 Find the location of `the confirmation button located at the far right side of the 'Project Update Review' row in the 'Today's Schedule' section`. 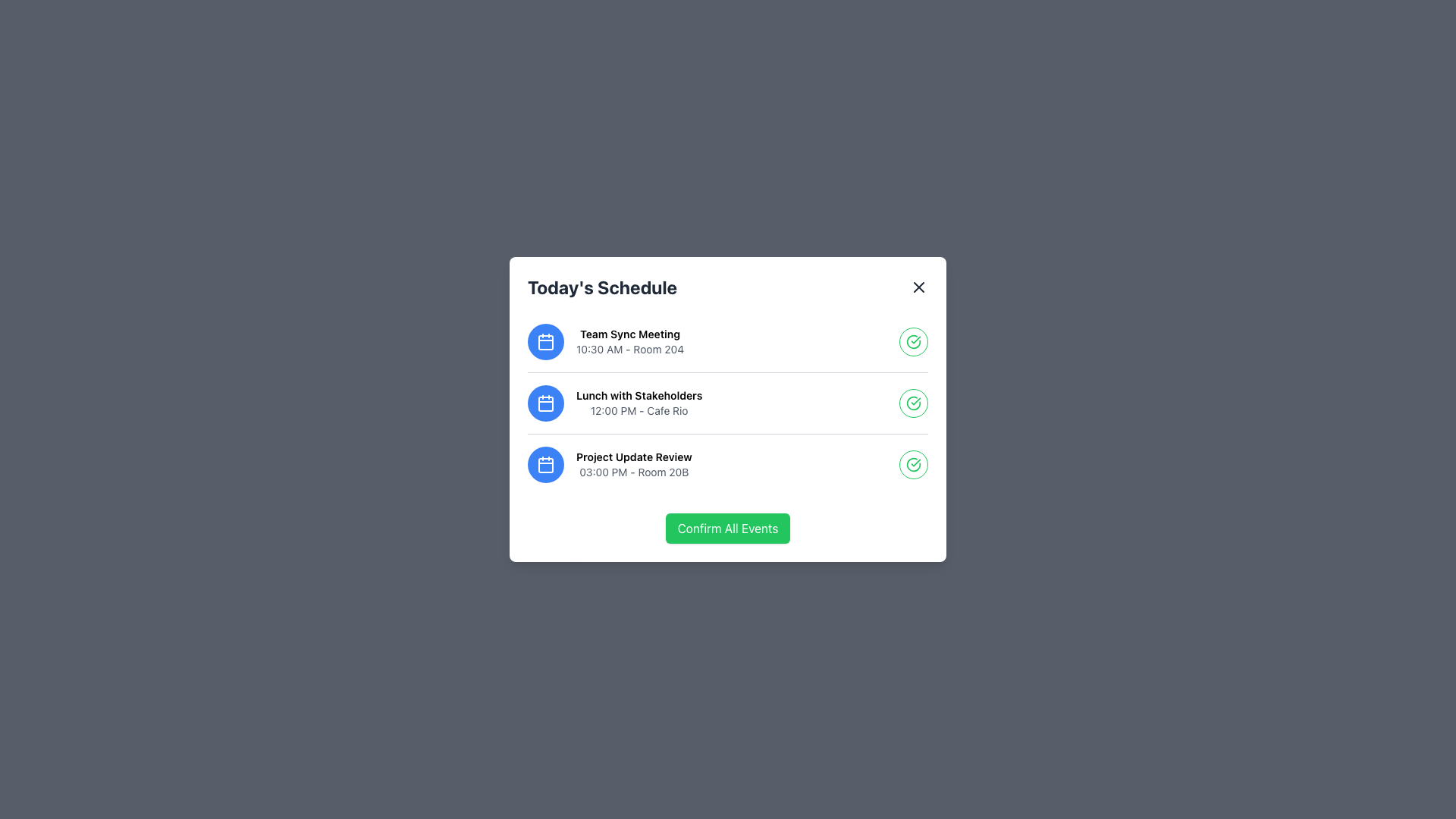

the confirmation button located at the far right side of the 'Project Update Review' row in the 'Today's Schedule' section is located at coordinates (912, 464).